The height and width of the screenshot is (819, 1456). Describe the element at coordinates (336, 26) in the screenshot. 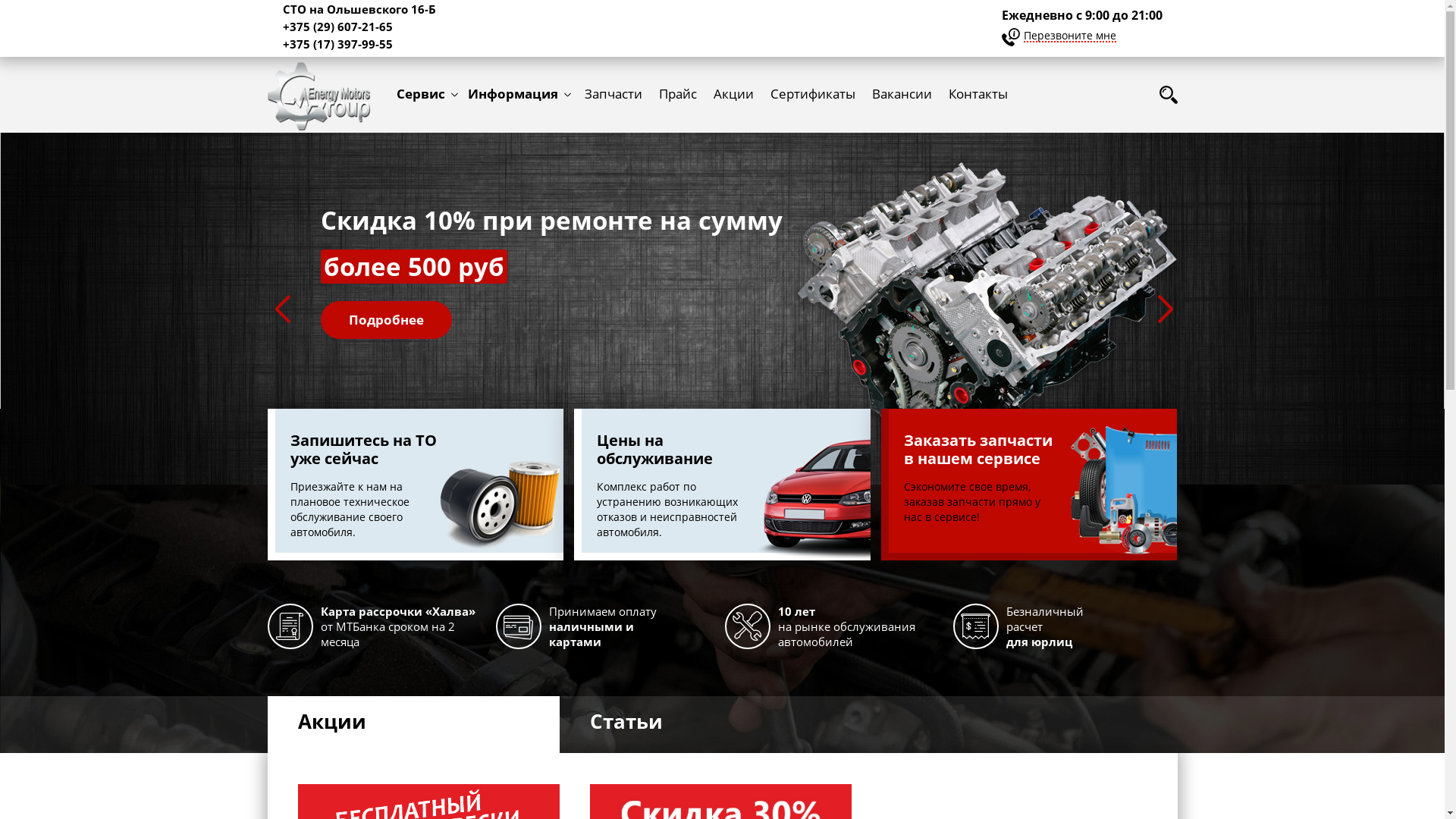

I see `'+375 (29) 607-21-65'` at that location.